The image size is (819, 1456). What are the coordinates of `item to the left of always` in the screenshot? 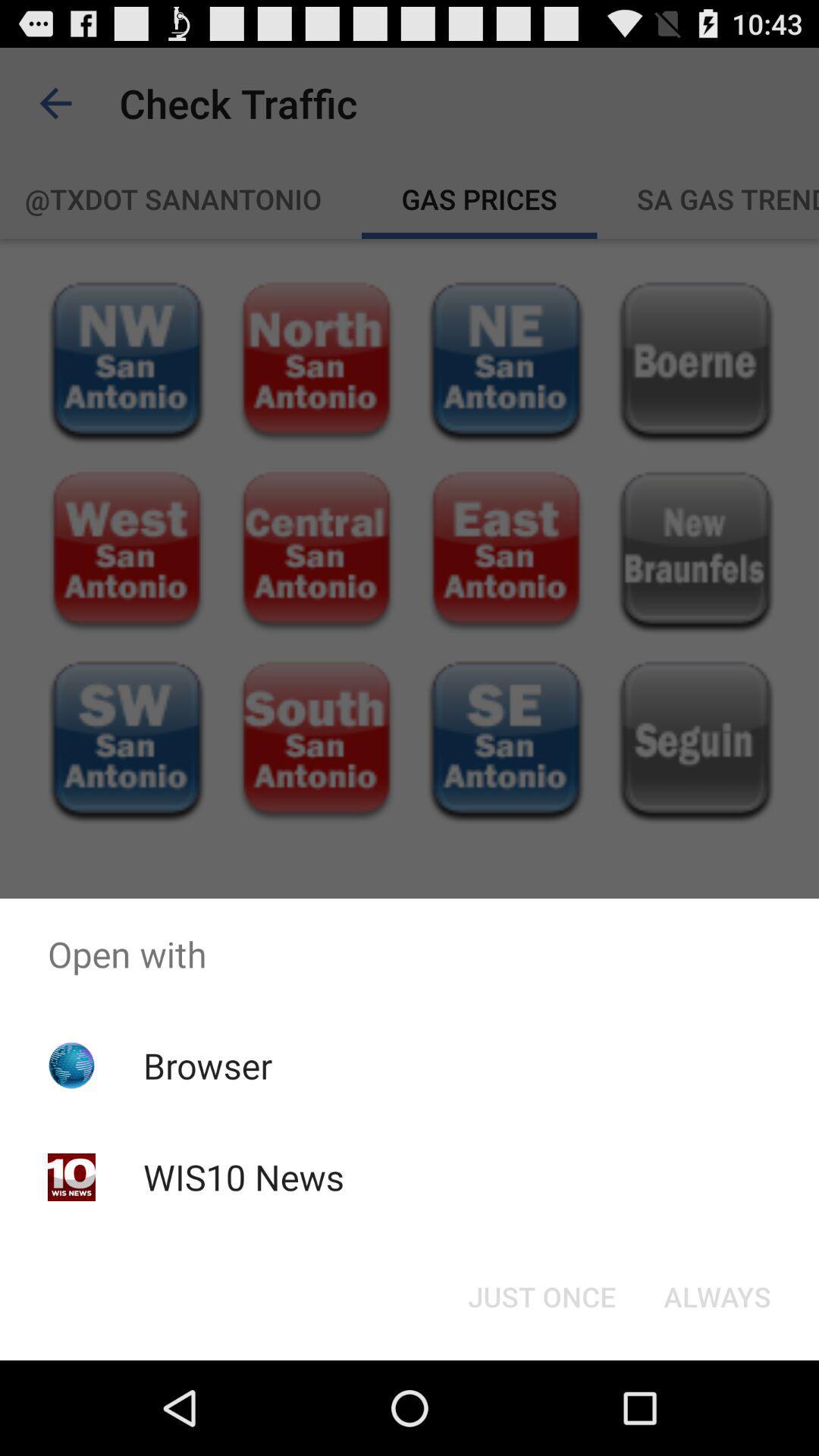 It's located at (541, 1295).